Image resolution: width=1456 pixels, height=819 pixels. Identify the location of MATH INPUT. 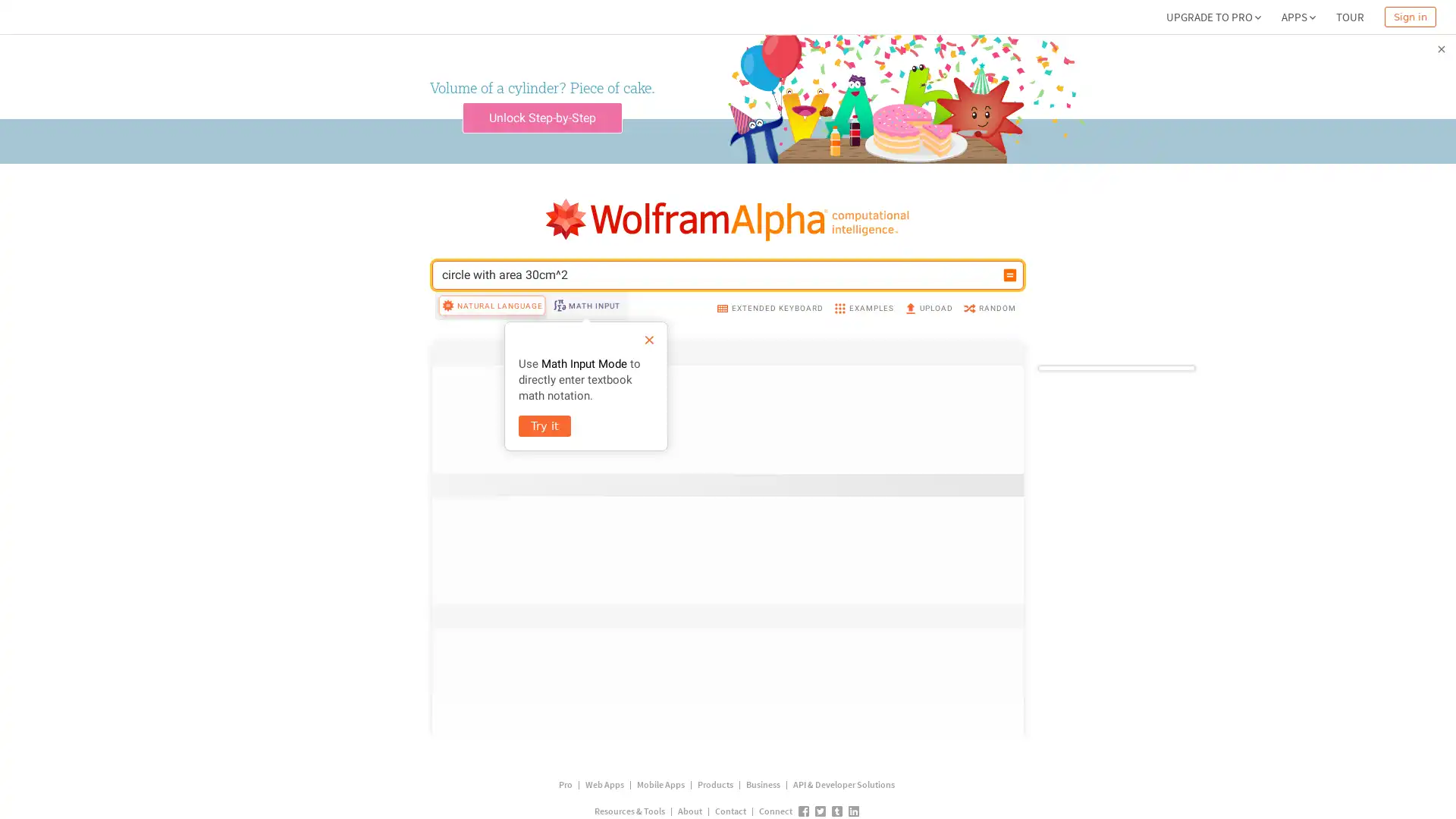
(585, 305).